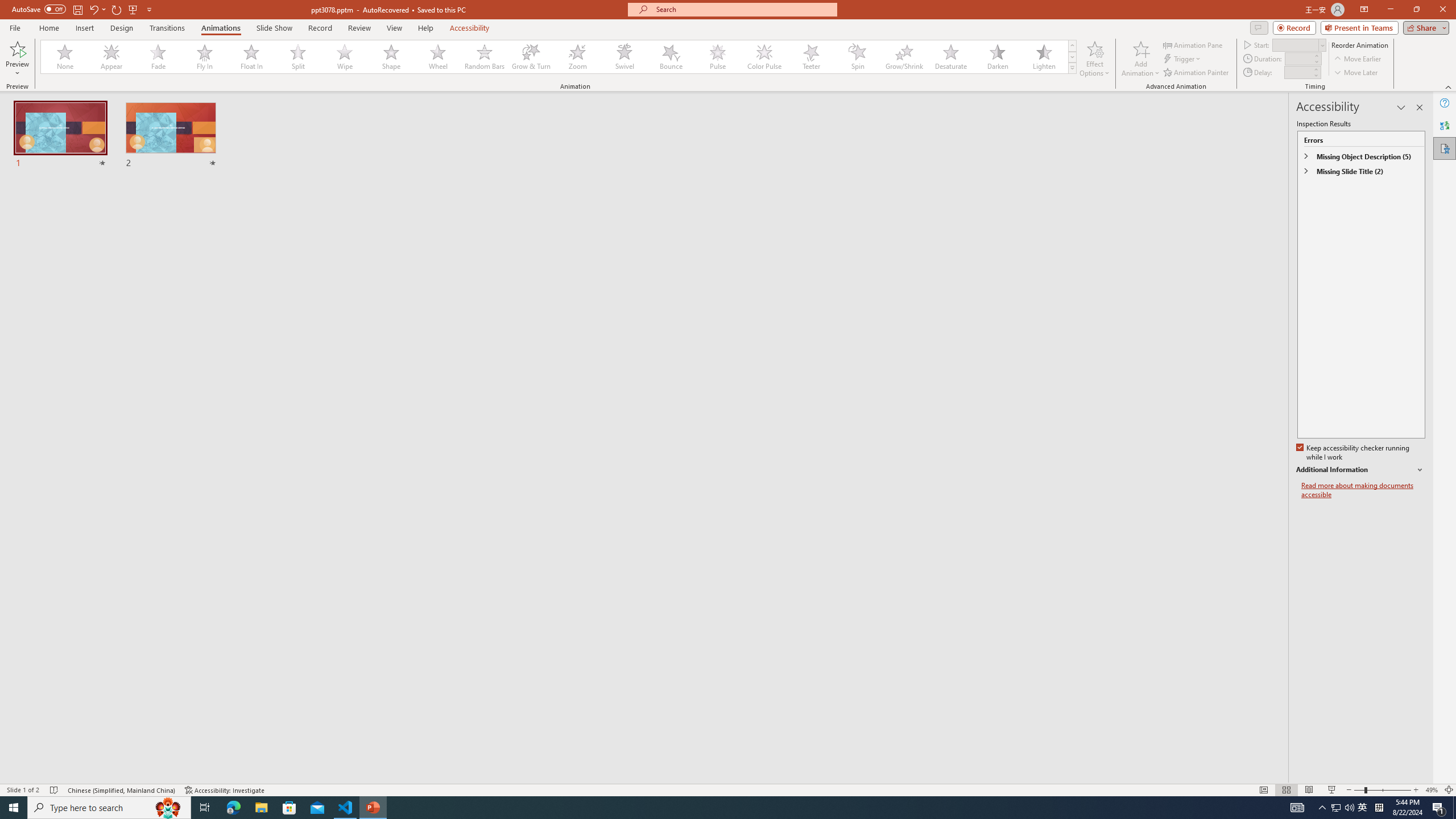  What do you see at coordinates (297, 56) in the screenshot?
I see `'Split'` at bounding box center [297, 56].